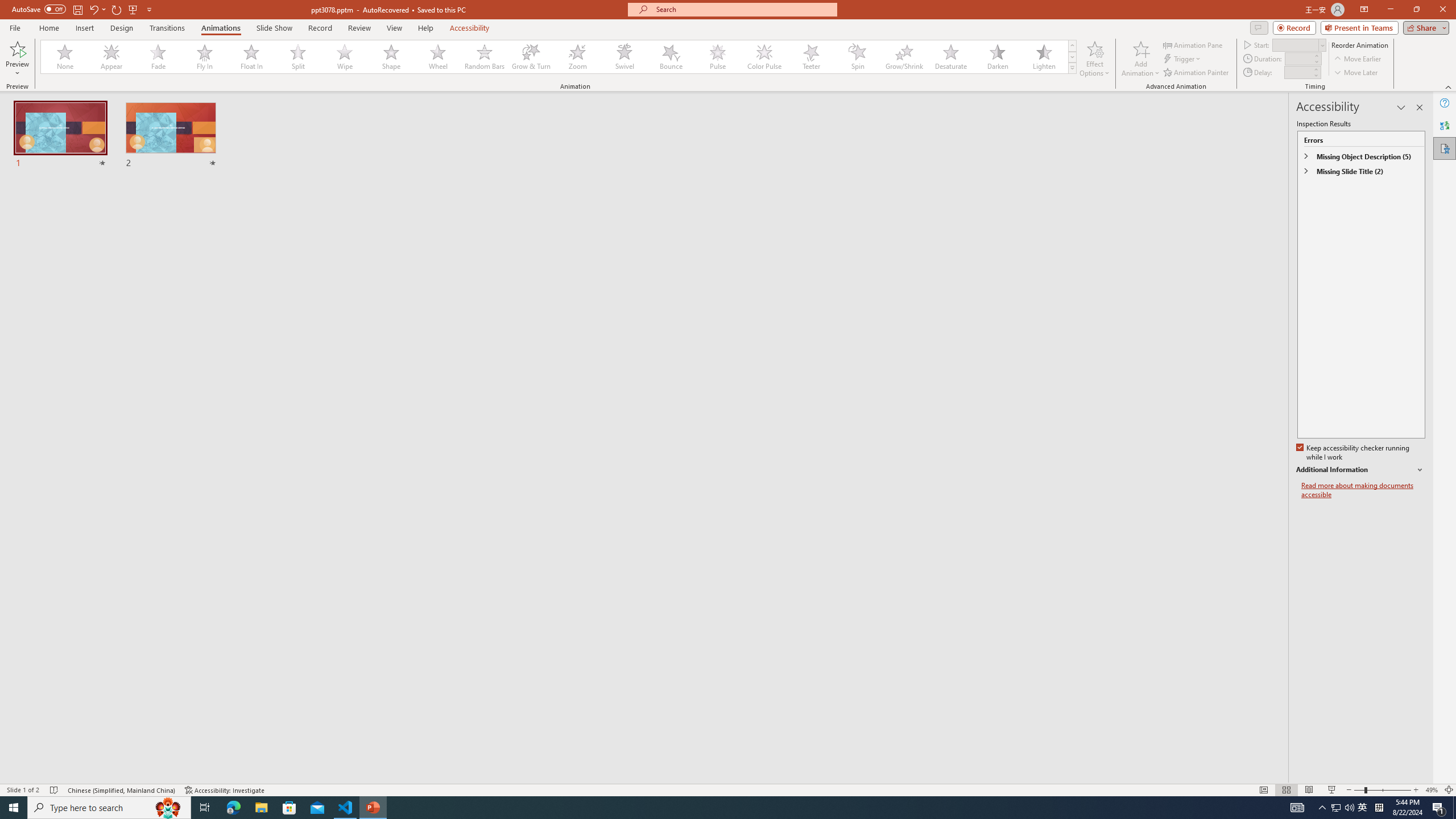  What do you see at coordinates (297, 56) in the screenshot?
I see `'Split'` at bounding box center [297, 56].